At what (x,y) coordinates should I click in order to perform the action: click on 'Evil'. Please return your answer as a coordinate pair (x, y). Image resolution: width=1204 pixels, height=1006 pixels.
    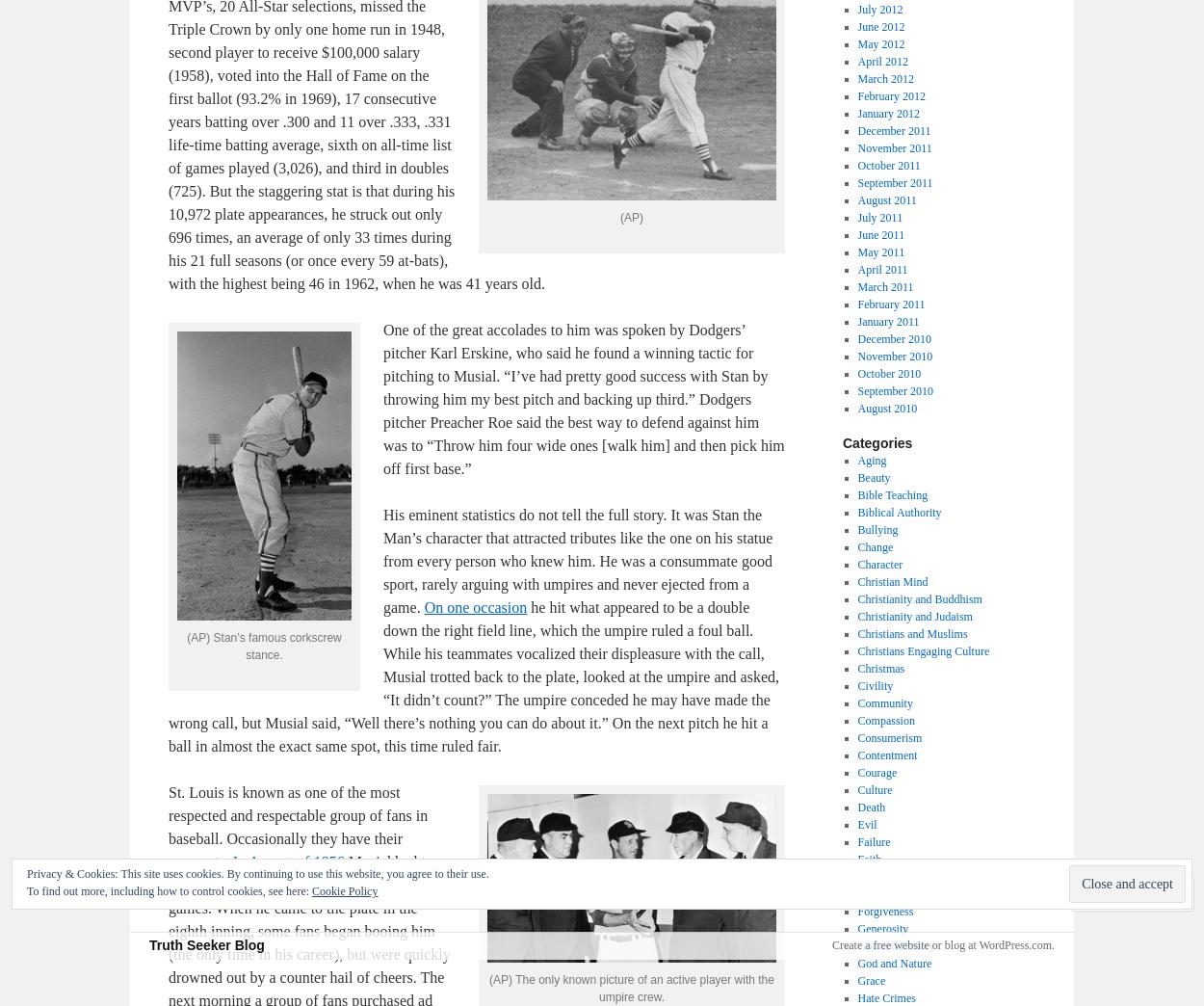
    Looking at the image, I should click on (867, 824).